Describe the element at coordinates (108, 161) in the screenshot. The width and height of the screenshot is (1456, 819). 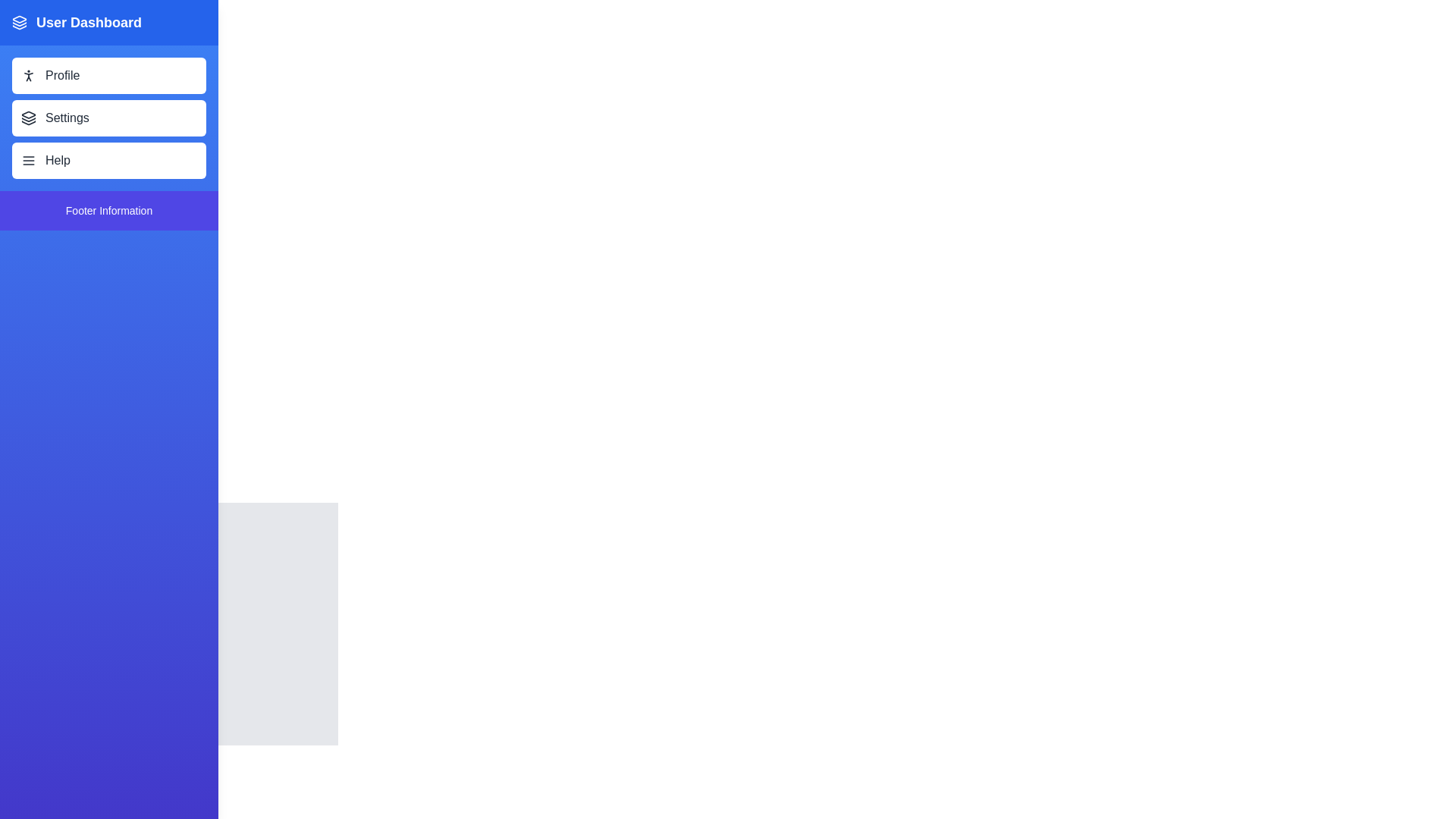
I see `the 'Help' button, the third button in the vertically stacked menu under 'Settings' in the 'Profile Settings Help' section` at that location.